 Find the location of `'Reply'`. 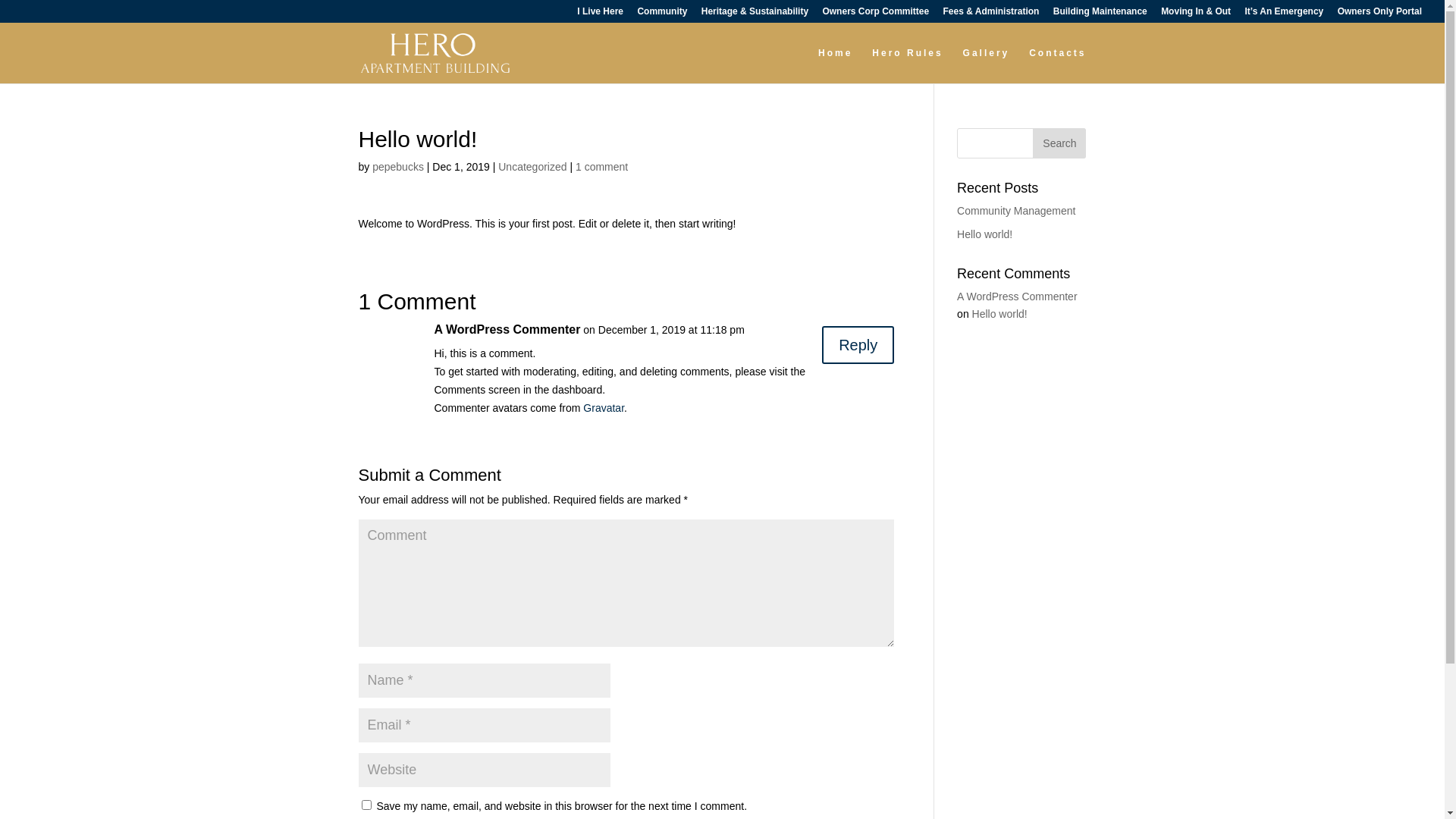

'Reply' is located at coordinates (821, 345).